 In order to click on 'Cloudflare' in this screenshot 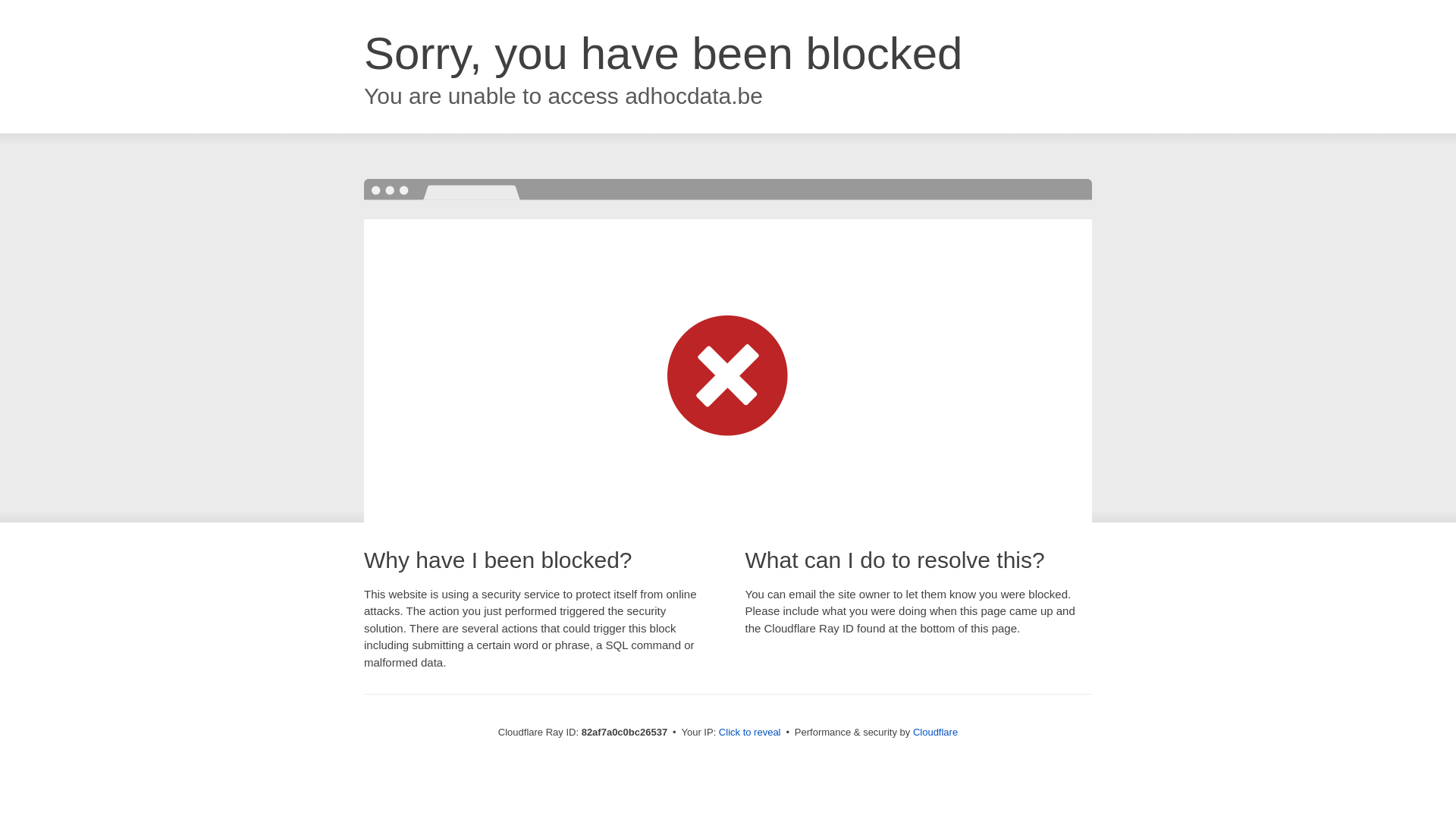, I will do `click(934, 731)`.